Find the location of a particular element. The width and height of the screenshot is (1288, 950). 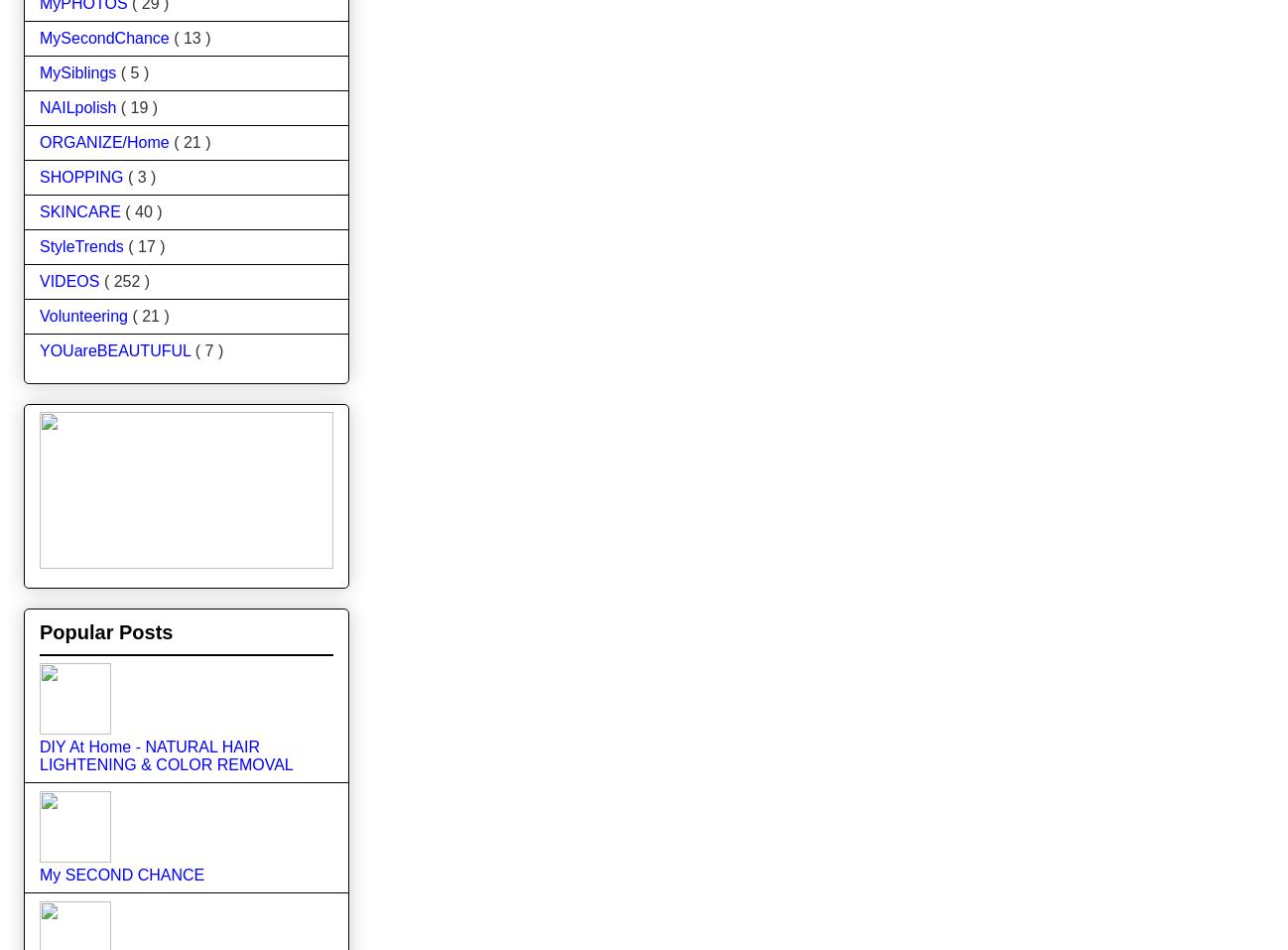

'(
                      5
                      )' is located at coordinates (133, 70).